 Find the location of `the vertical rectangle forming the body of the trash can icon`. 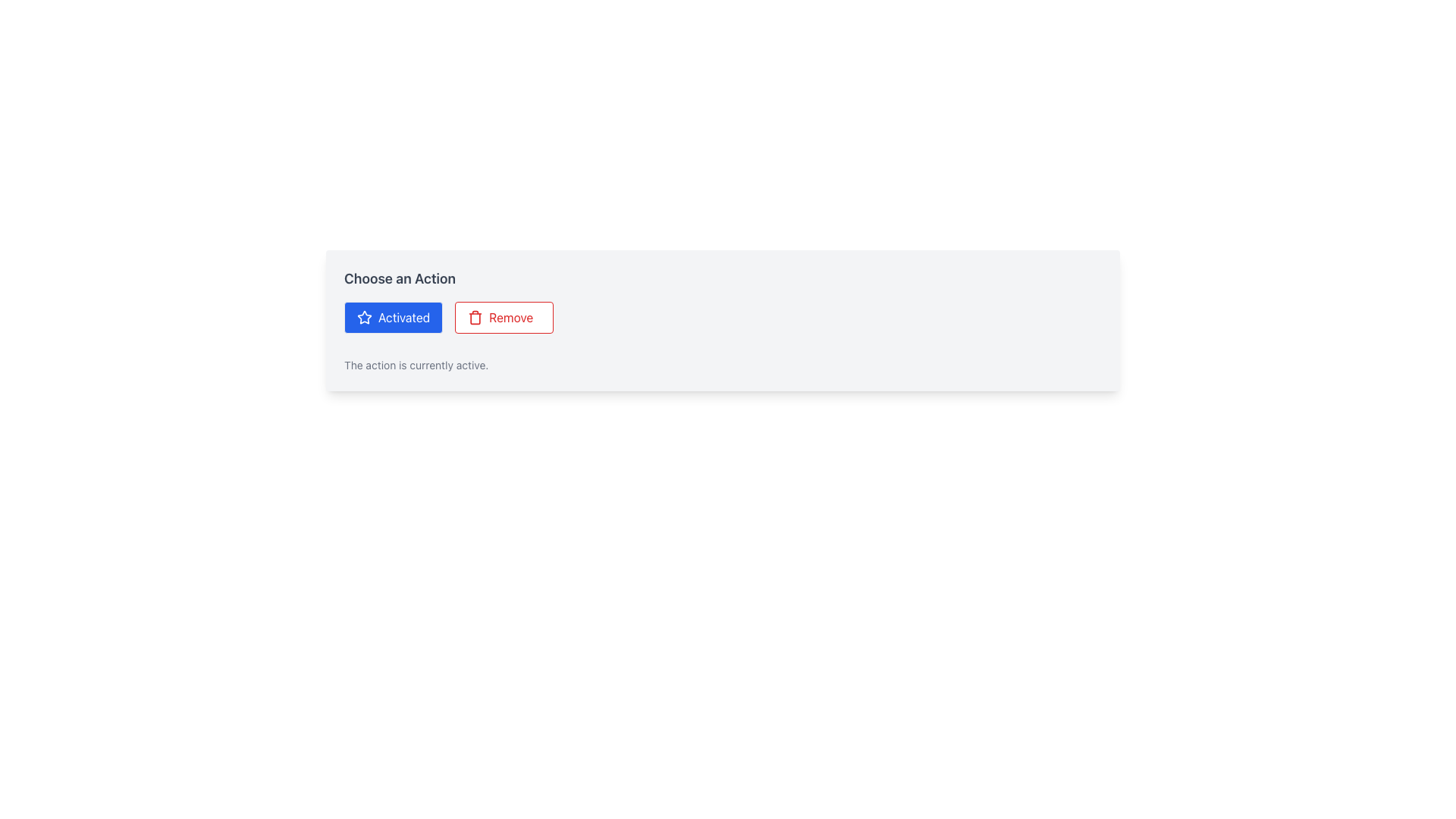

the vertical rectangle forming the body of the trash can icon is located at coordinates (475, 318).